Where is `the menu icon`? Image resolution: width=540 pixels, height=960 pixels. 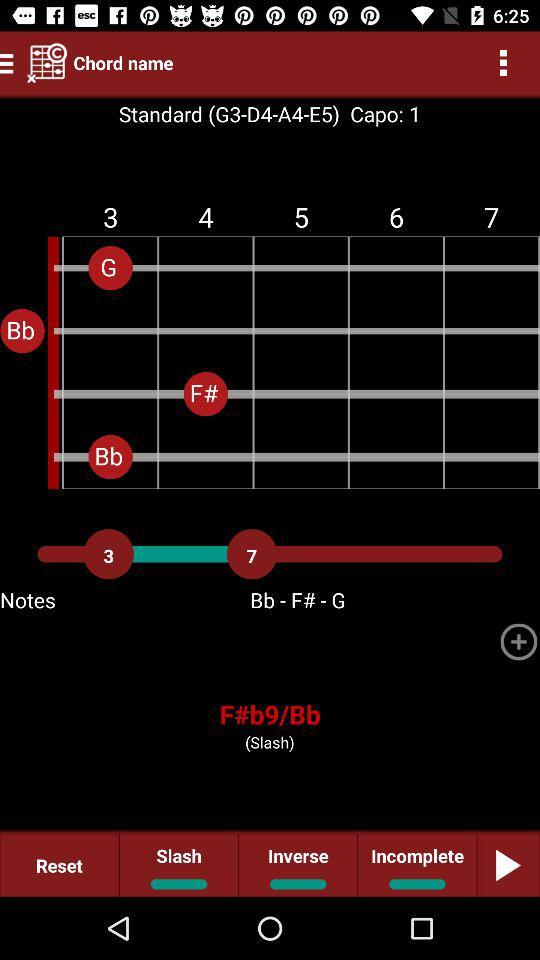 the menu icon is located at coordinates (9, 62).